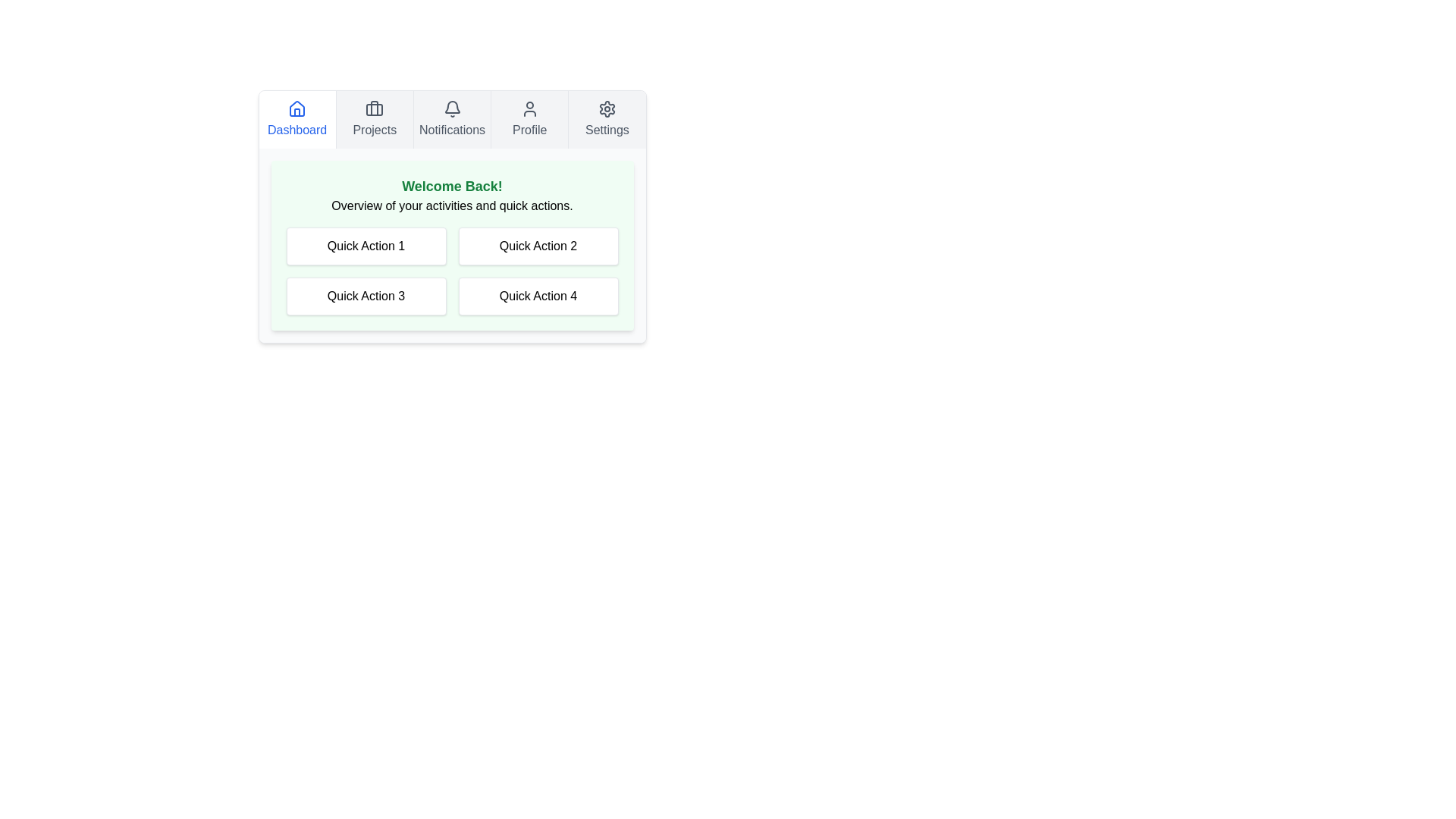 The width and height of the screenshot is (1456, 819). Describe the element at coordinates (375, 119) in the screenshot. I see `the 'Projects' text label with associated icon in the navigation bar` at that location.